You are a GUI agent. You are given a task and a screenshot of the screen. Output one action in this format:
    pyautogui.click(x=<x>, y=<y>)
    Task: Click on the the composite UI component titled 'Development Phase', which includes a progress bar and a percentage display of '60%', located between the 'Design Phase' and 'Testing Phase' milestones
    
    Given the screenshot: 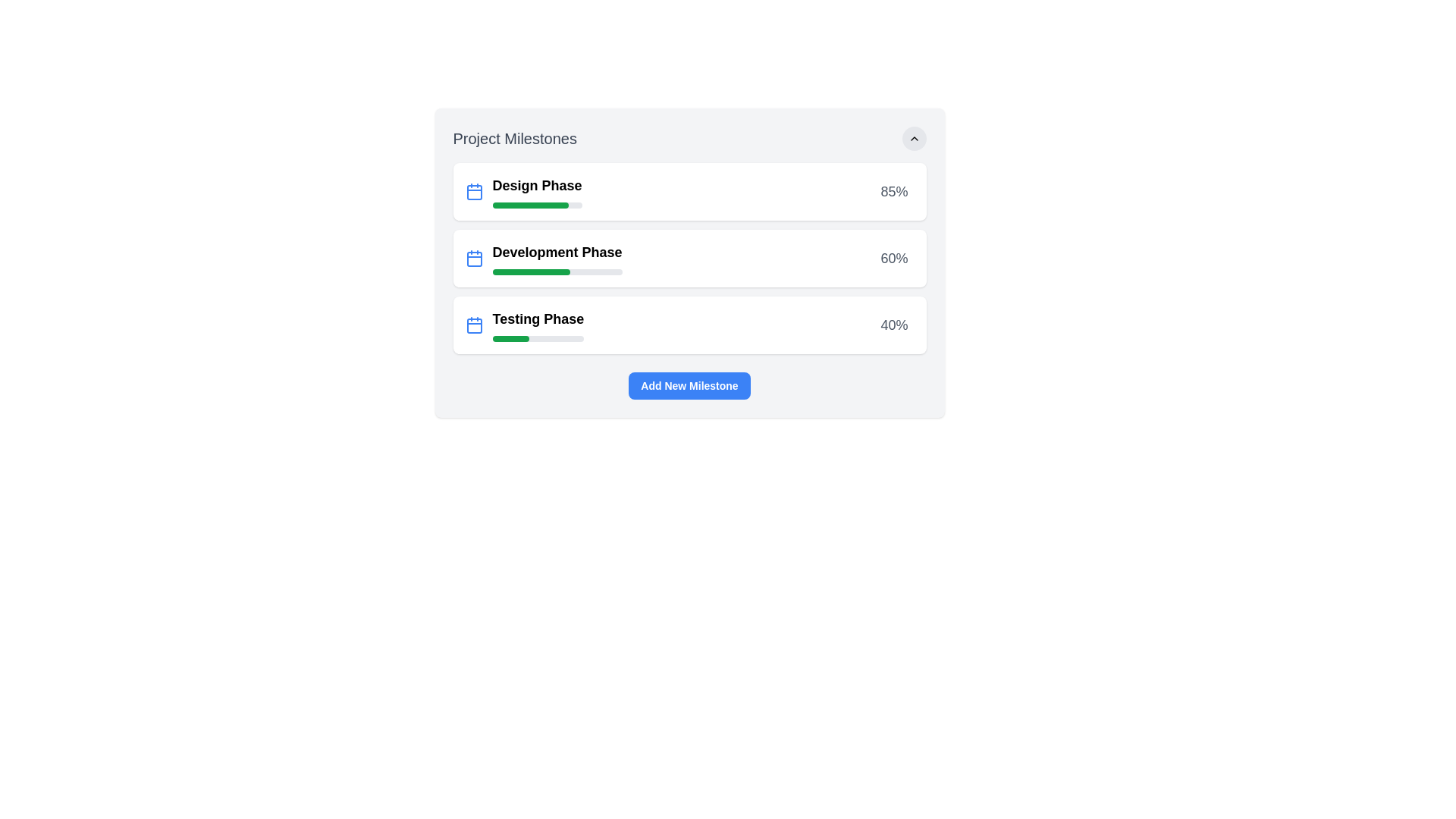 What is the action you would take?
    pyautogui.click(x=689, y=257)
    